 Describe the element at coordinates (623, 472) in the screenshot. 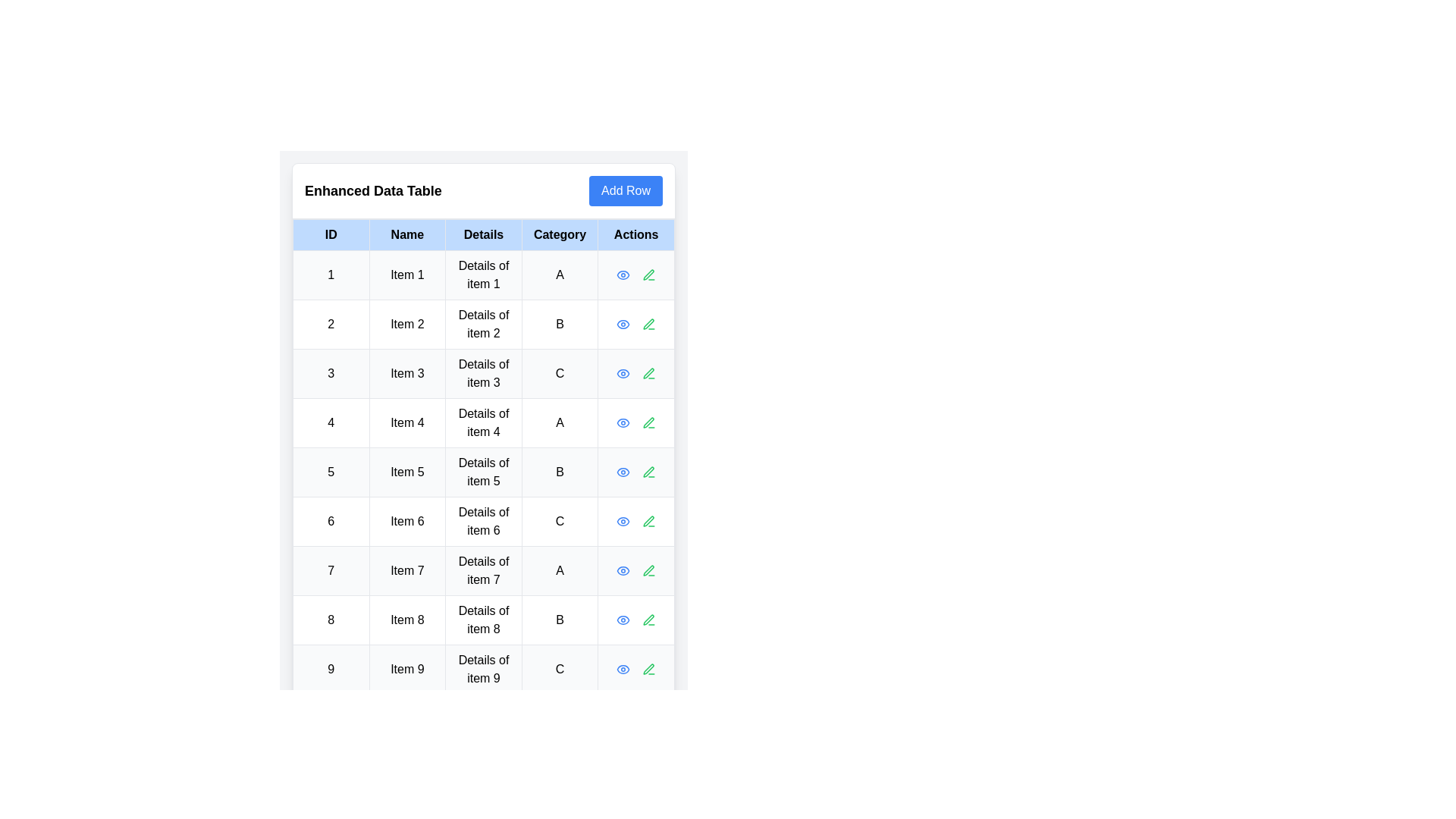

I see `the Icon button in the fifth row of the table's 'Actions' column` at that location.